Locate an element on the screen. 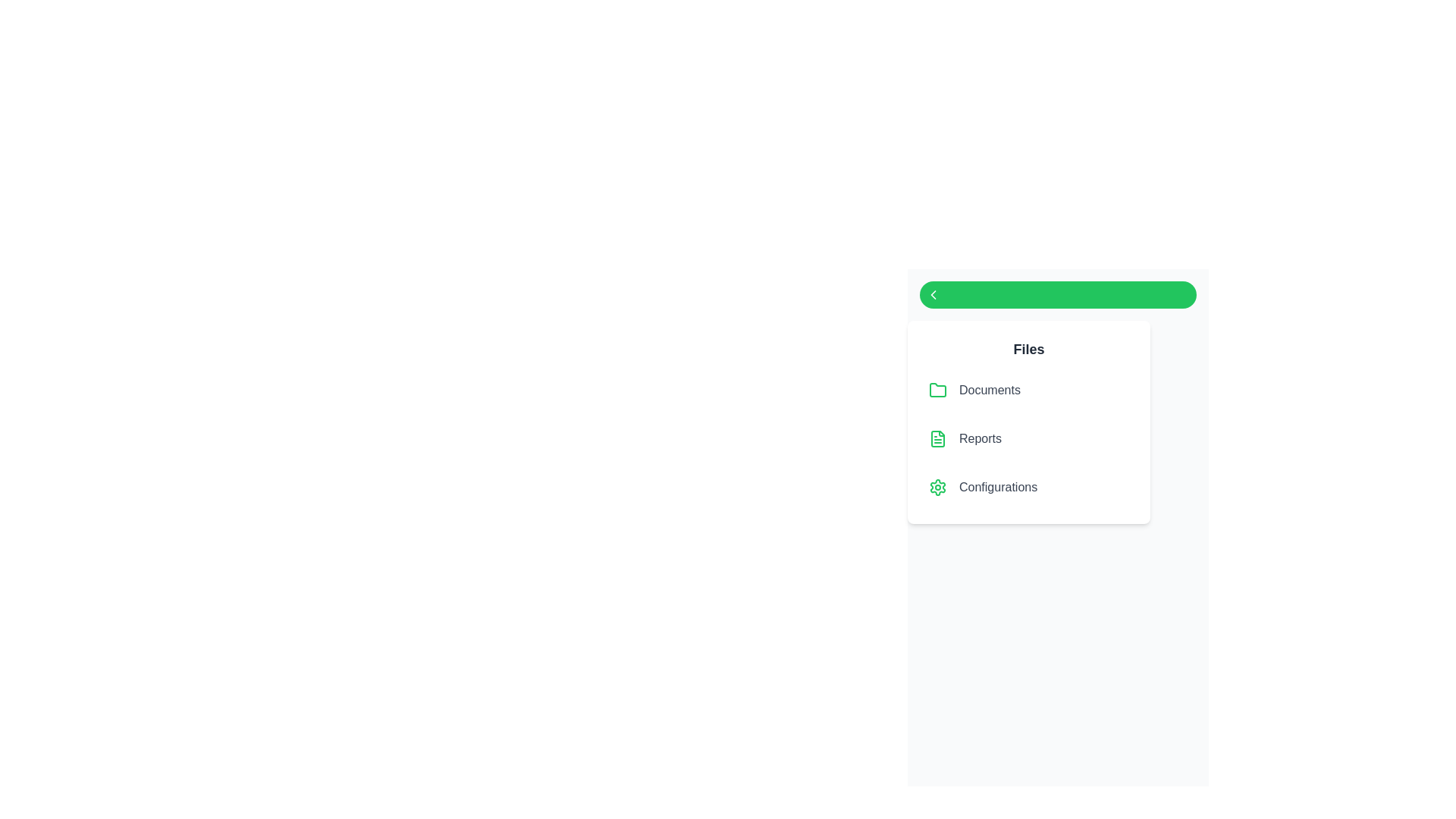 This screenshot has height=819, width=1456. the file item labeled 'Documents' to highlight it is located at coordinates (1029, 390).